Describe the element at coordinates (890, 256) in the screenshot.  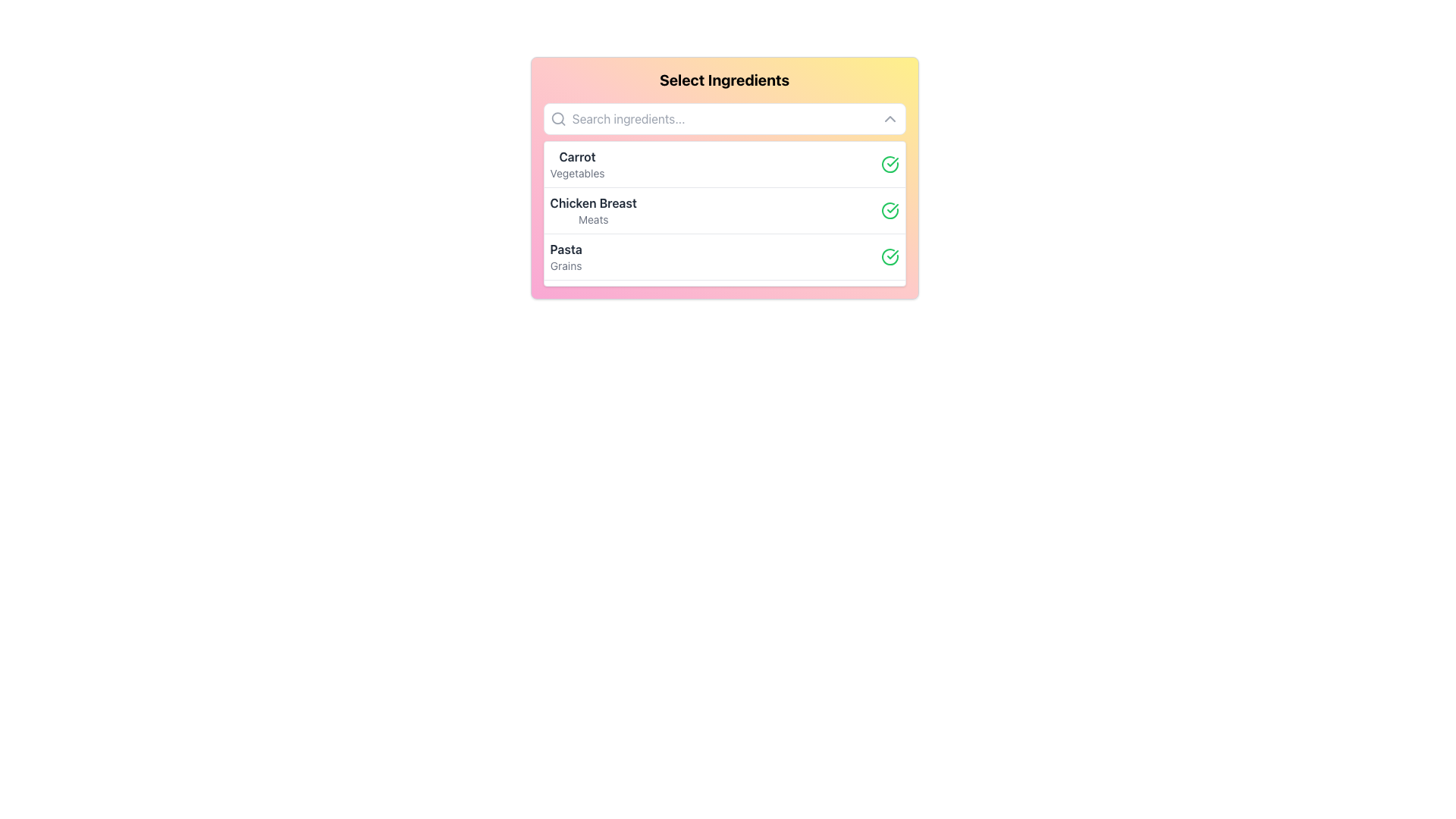
I see `status indicator icon with a green checkmark located to the right of the 'Pasta' entry in the list` at that location.